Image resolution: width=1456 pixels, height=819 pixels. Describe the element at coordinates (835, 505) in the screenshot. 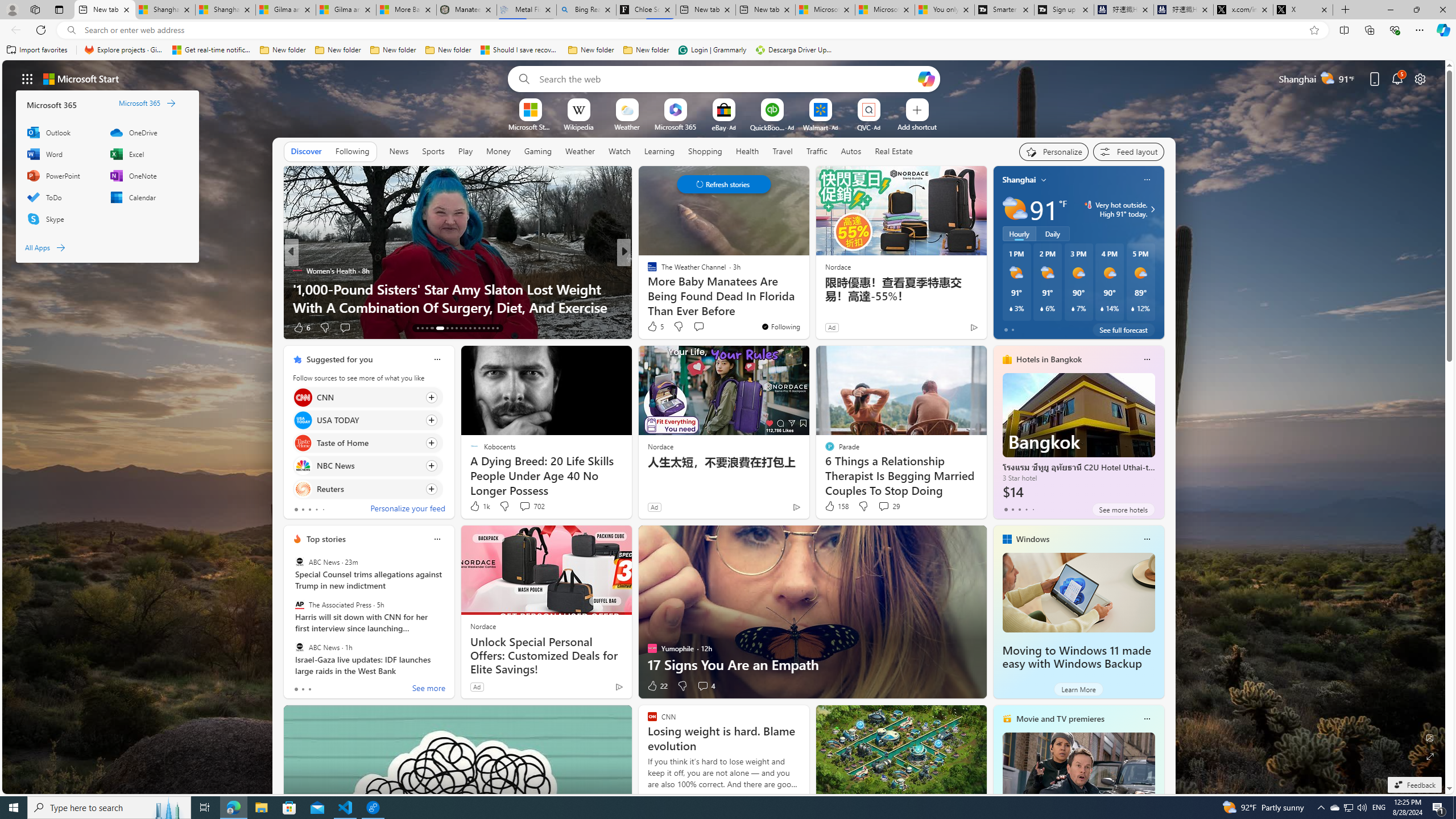

I see `'158 Like'` at that location.